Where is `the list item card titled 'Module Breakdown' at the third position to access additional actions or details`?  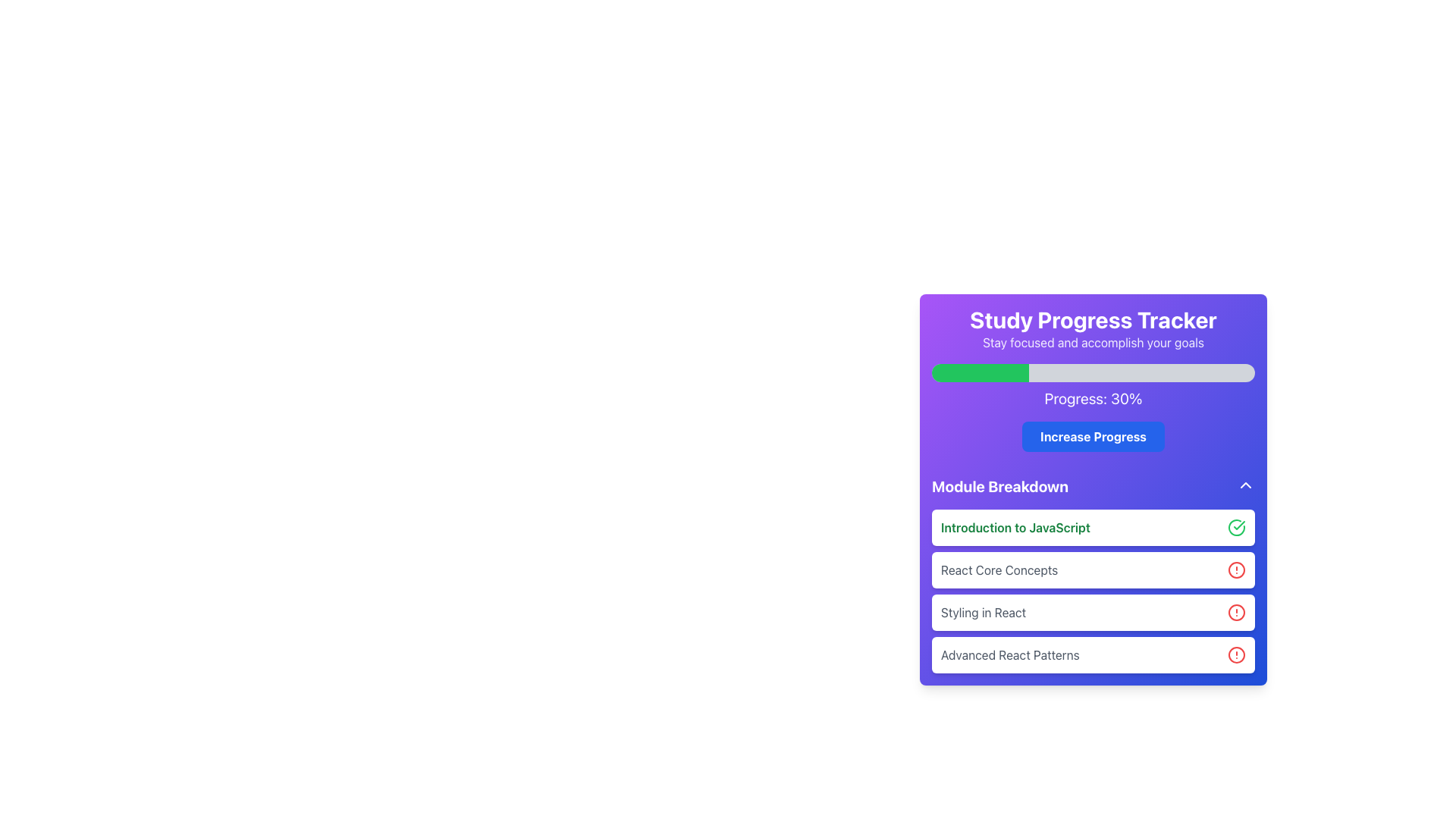 the list item card titled 'Module Breakdown' at the third position to access additional actions or details is located at coordinates (1093, 611).